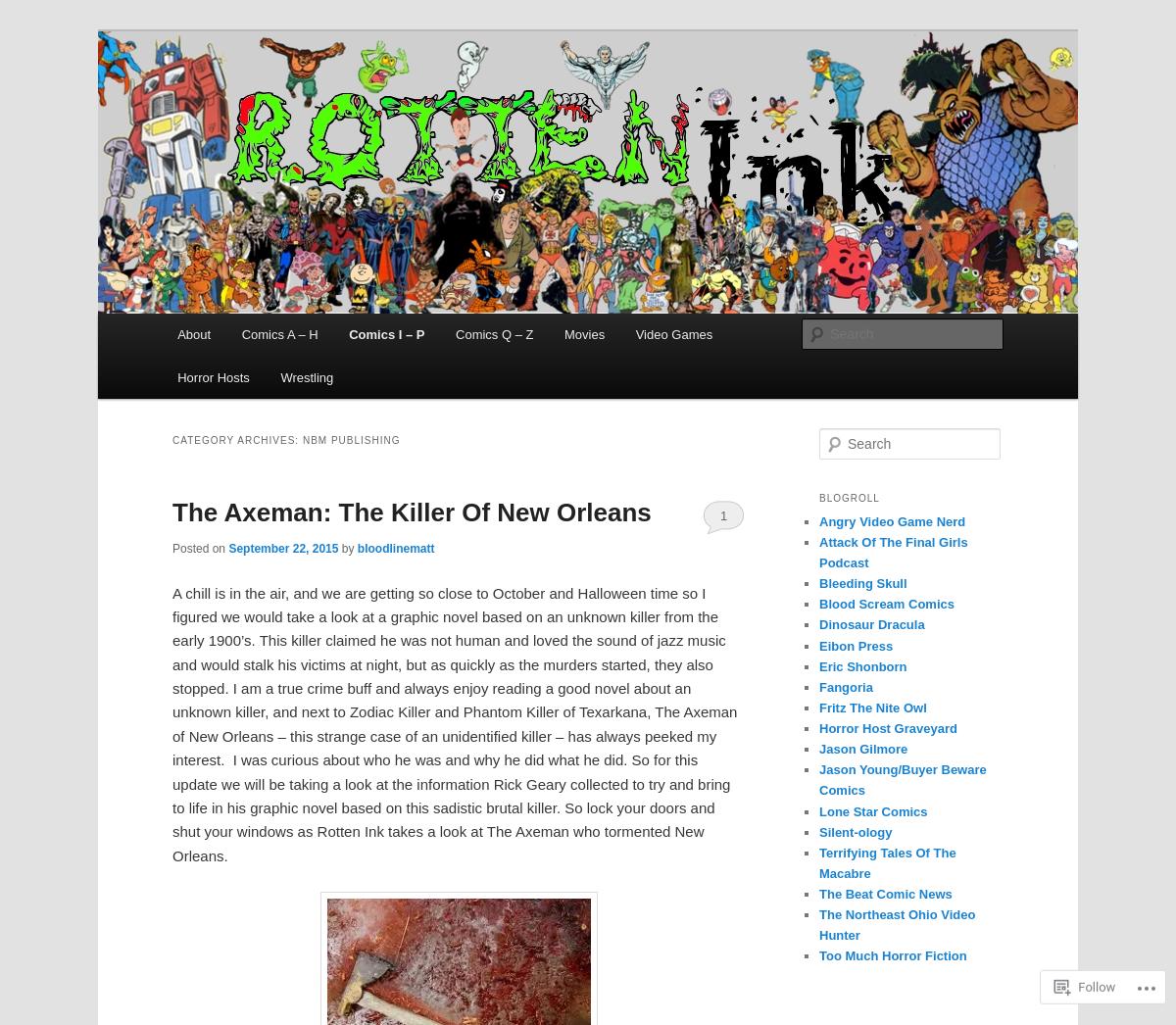 This screenshot has width=1176, height=1025. Describe the element at coordinates (888, 727) in the screenshot. I see `'Horror Host Graveyard'` at that location.